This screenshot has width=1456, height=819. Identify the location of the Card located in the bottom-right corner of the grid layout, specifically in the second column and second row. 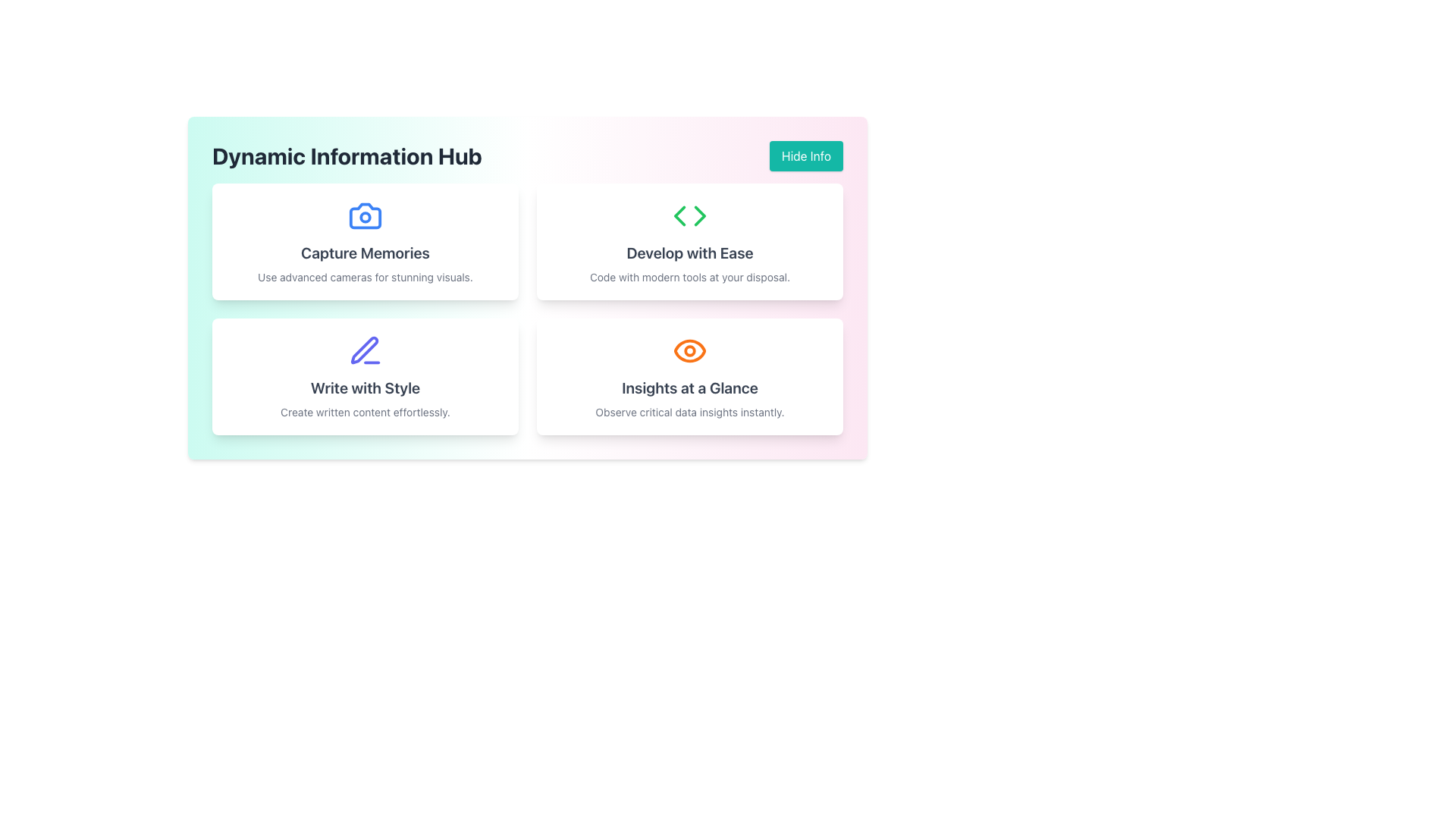
(689, 376).